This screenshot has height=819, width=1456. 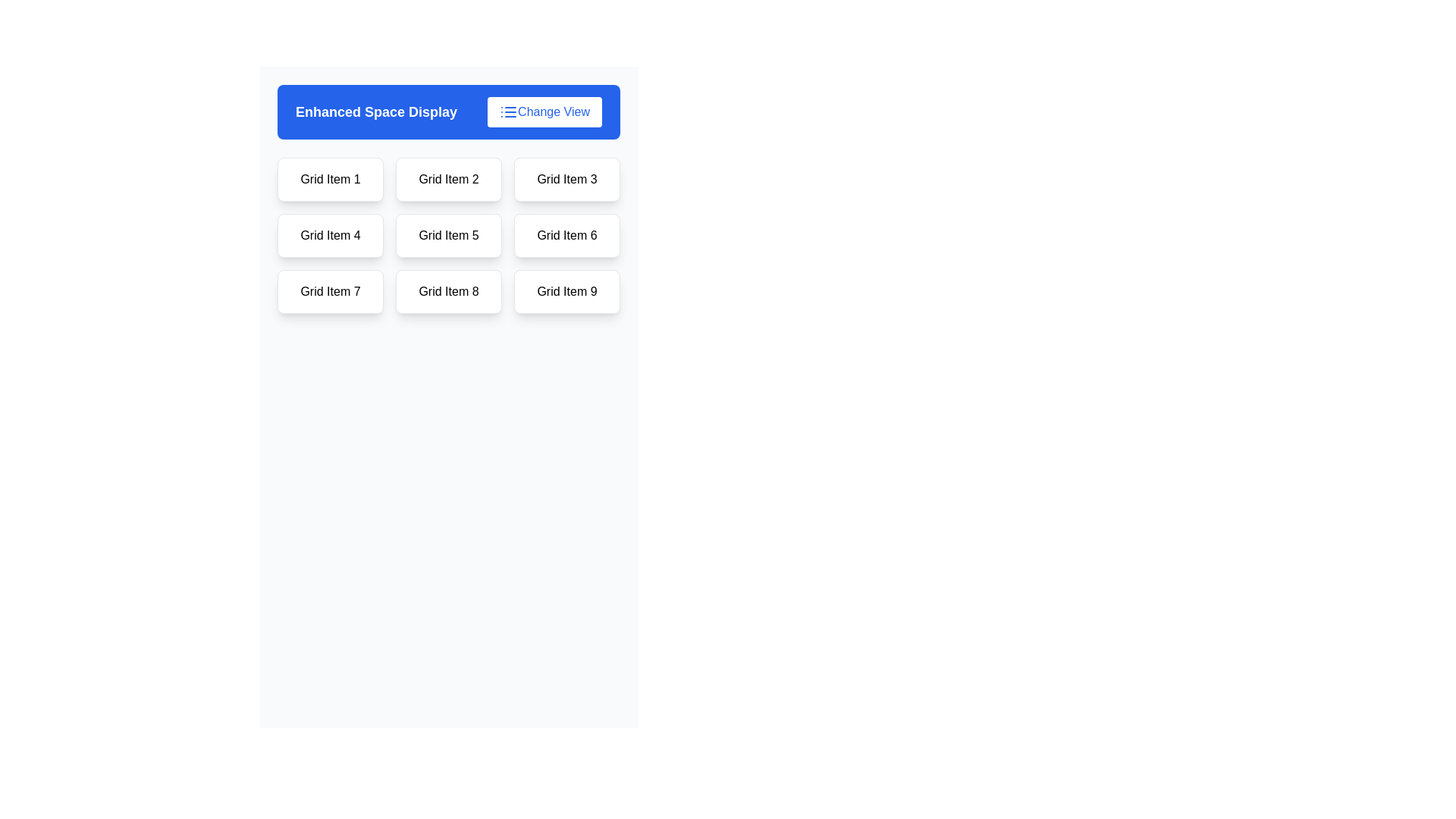 I want to click on the rectangular grid item labeled 'Grid Item 6', so click(x=566, y=236).